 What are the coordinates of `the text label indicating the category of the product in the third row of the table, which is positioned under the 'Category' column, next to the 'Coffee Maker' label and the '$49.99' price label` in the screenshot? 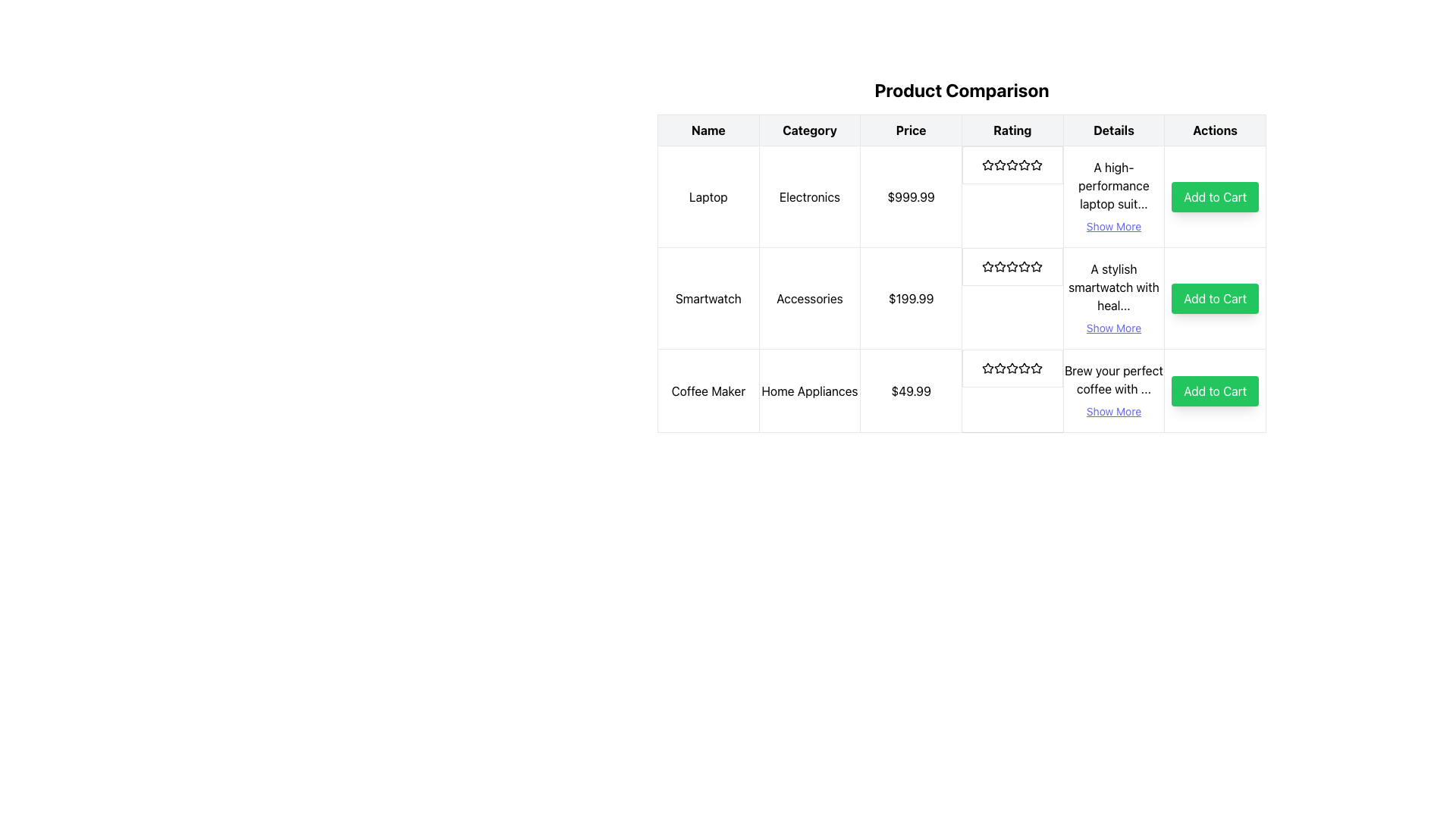 It's located at (808, 390).